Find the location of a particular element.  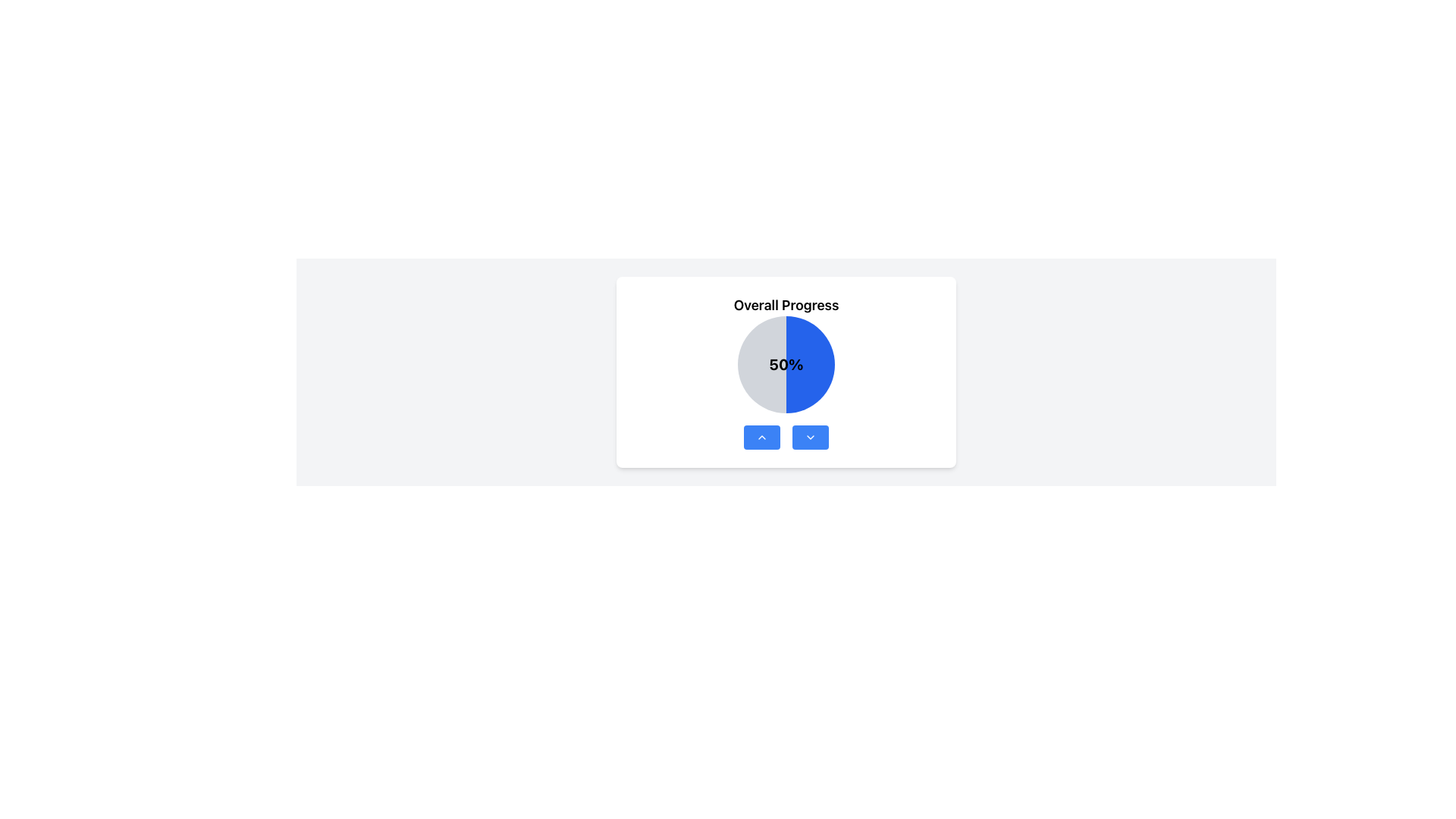

the downward-facing chevron icon with a blue stroke on a solid blue background, located at the center bottom of the white panel, to trigger tooltip or highlight effects is located at coordinates (810, 438).